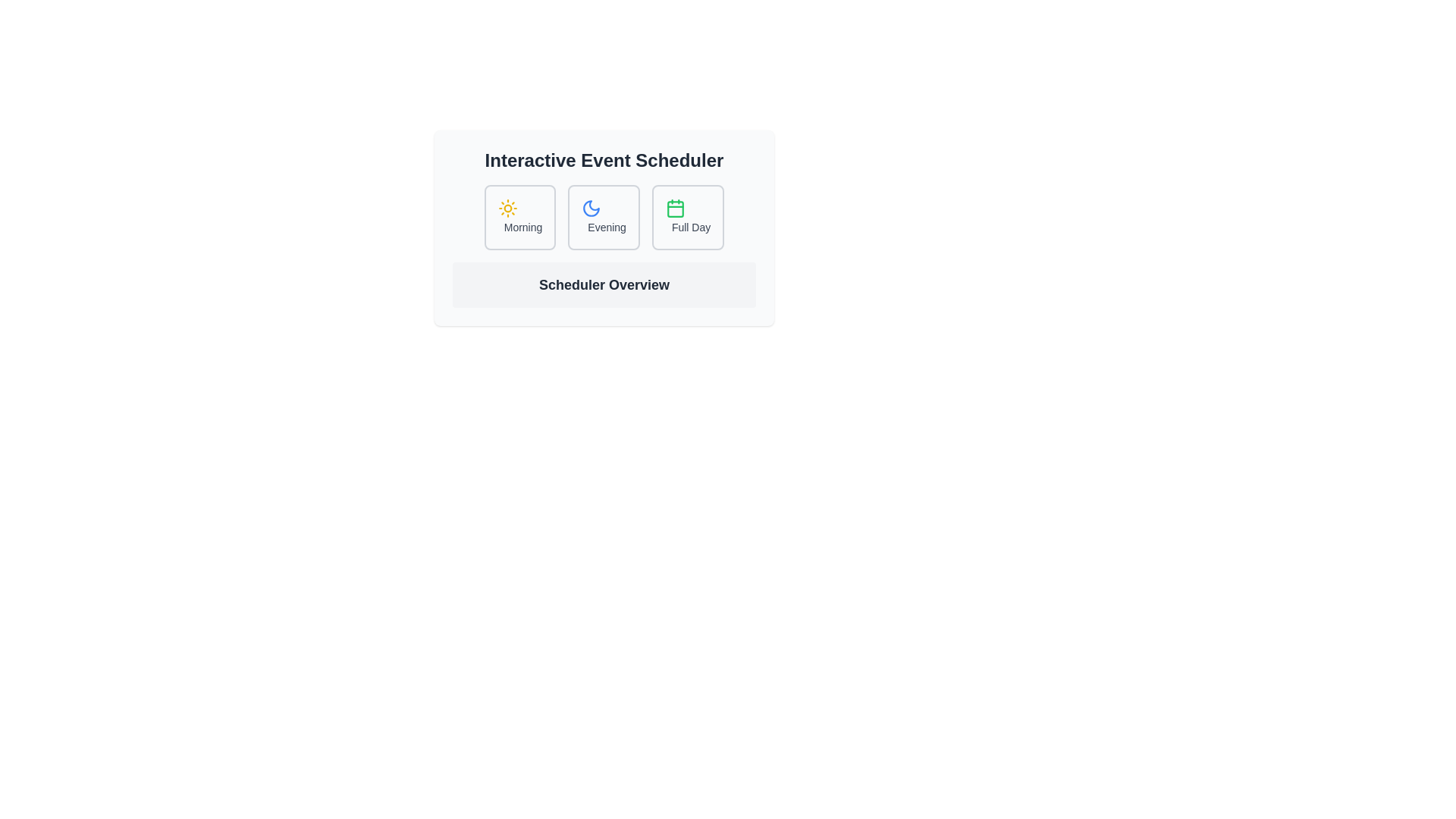 This screenshot has width=1456, height=819. Describe the element at coordinates (607, 227) in the screenshot. I see `the 'Evening' text label that indicates it represents the 'Evening' category within the scheduling interface, located beneath the moon icon` at that location.